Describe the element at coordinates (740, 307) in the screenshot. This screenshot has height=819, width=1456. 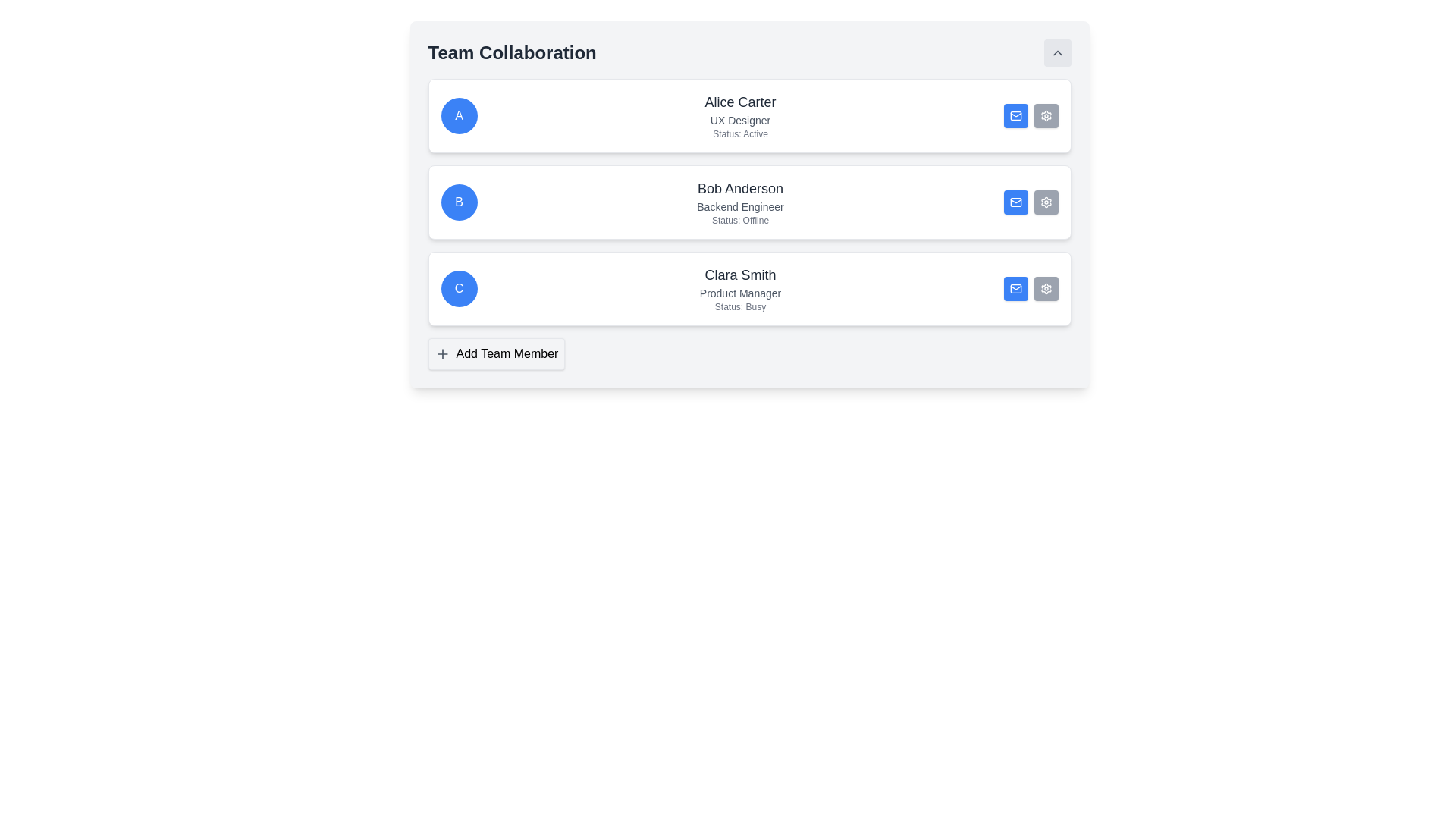
I see `status text label displaying Clara Smith's availability, which is the third text element below the 'Product Manager' label` at that location.